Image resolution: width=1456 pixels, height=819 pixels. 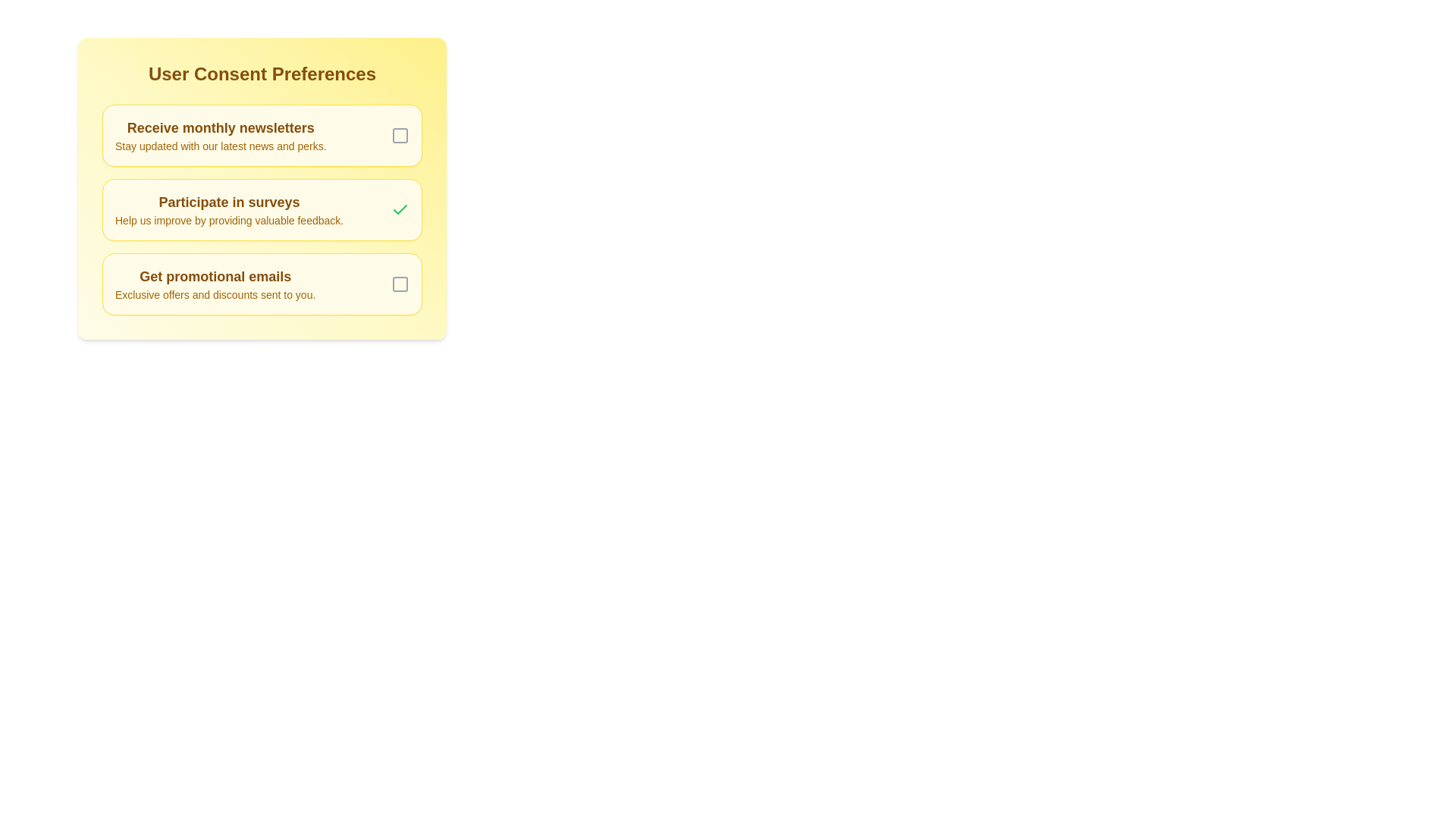 What do you see at coordinates (228, 220) in the screenshot?
I see `the text that provides additional context for the option 'Participate in surveys', which is centrally positioned below the heading within the yellow background box` at bounding box center [228, 220].